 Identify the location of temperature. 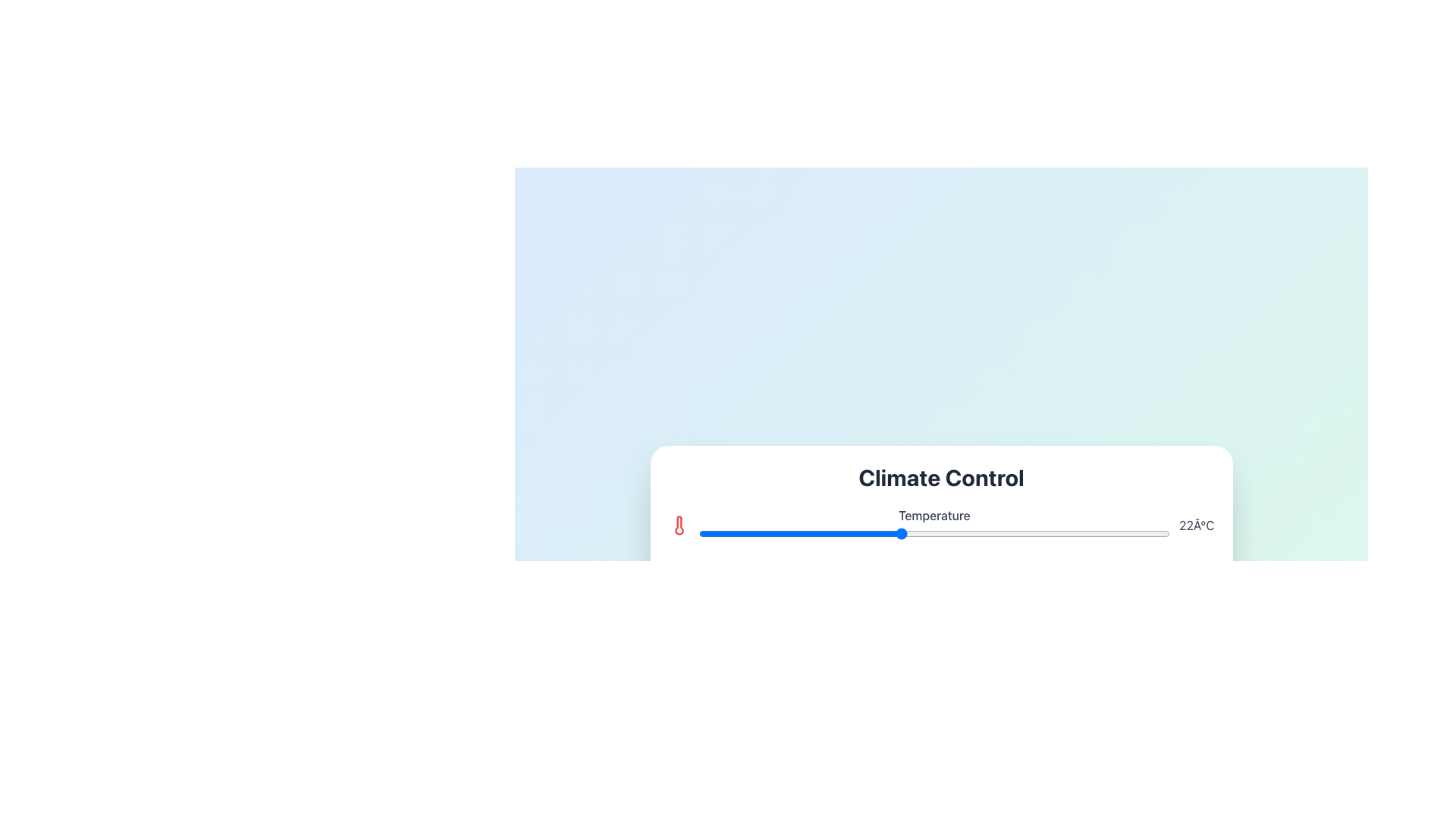
(900, 533).